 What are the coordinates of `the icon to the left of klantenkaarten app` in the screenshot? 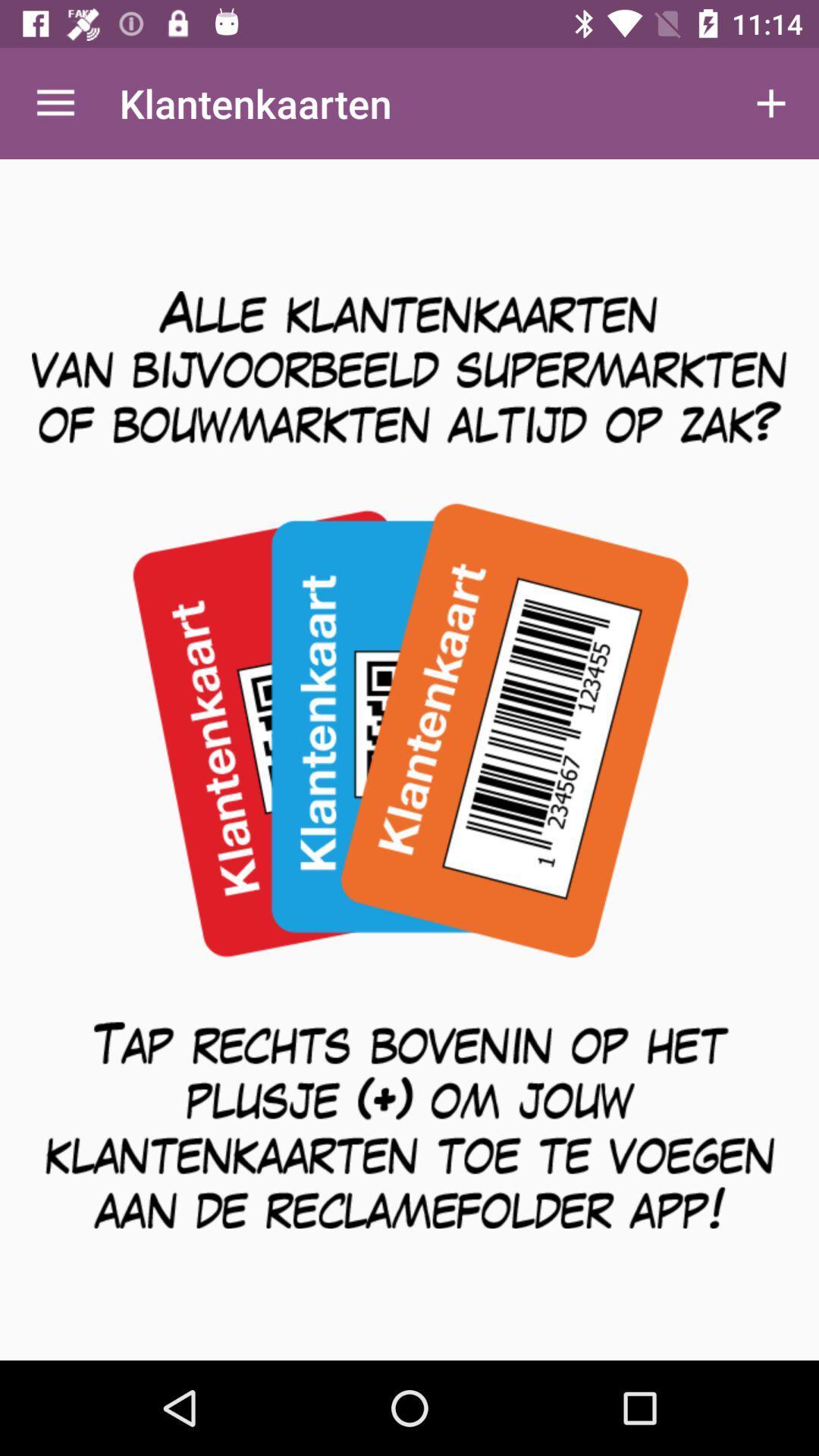 It's located at (55, 102).